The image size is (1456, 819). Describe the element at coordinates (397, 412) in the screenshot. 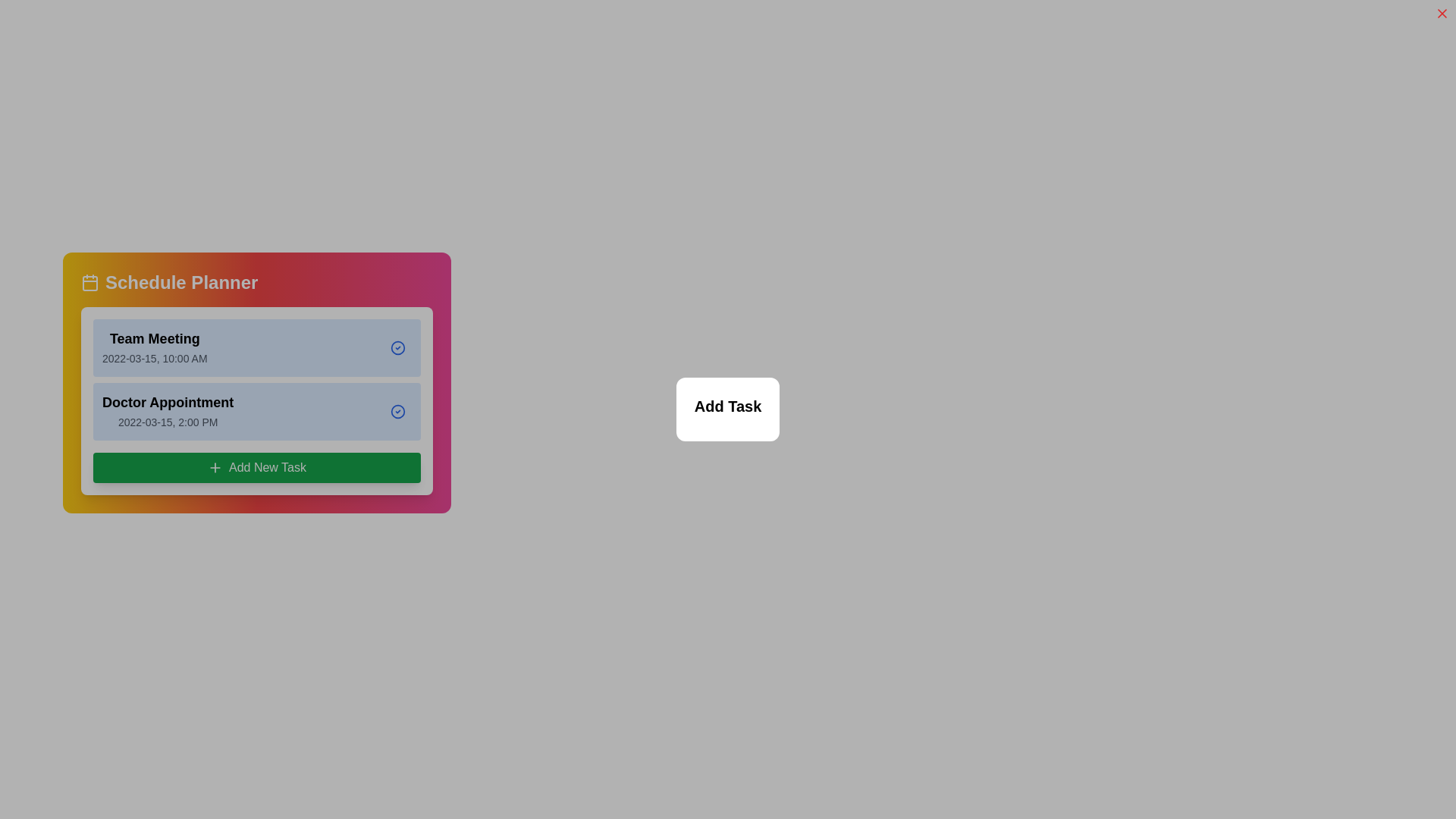

I see `the confirmation button for the 'Doctor Appointment' event to change its style` at that location.